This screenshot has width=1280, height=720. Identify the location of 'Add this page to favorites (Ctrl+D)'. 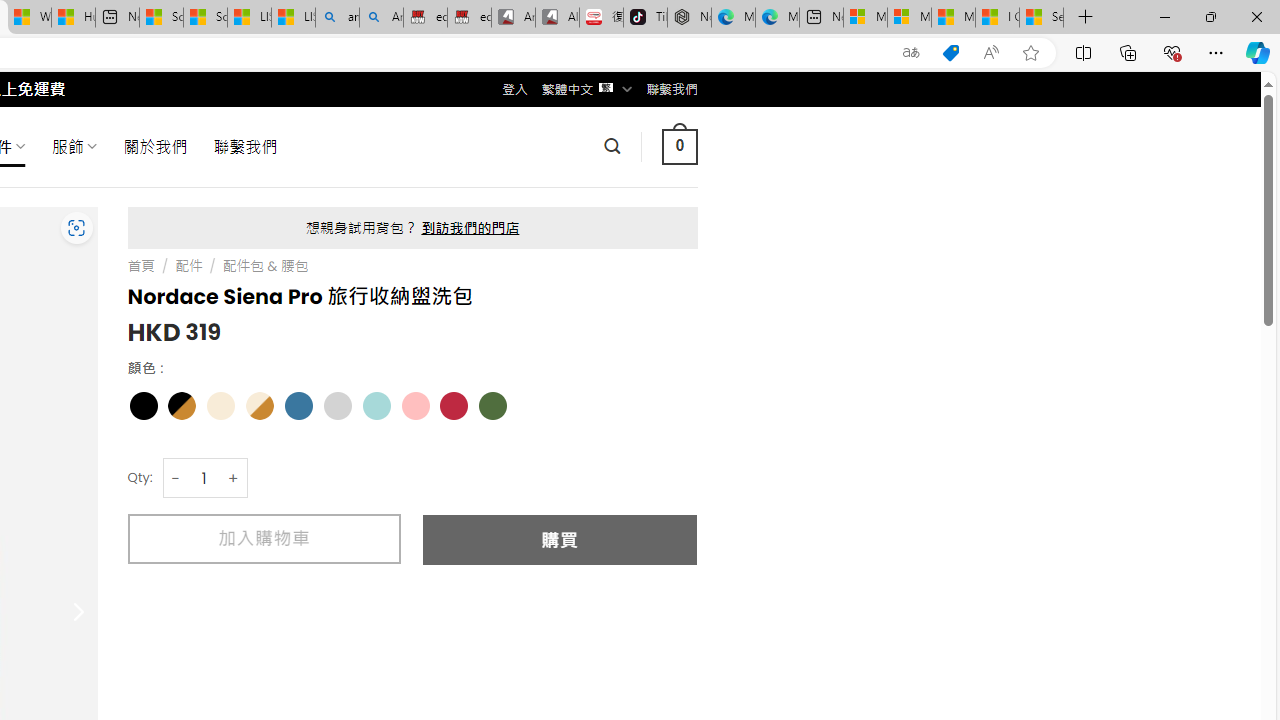
(1031, 52).